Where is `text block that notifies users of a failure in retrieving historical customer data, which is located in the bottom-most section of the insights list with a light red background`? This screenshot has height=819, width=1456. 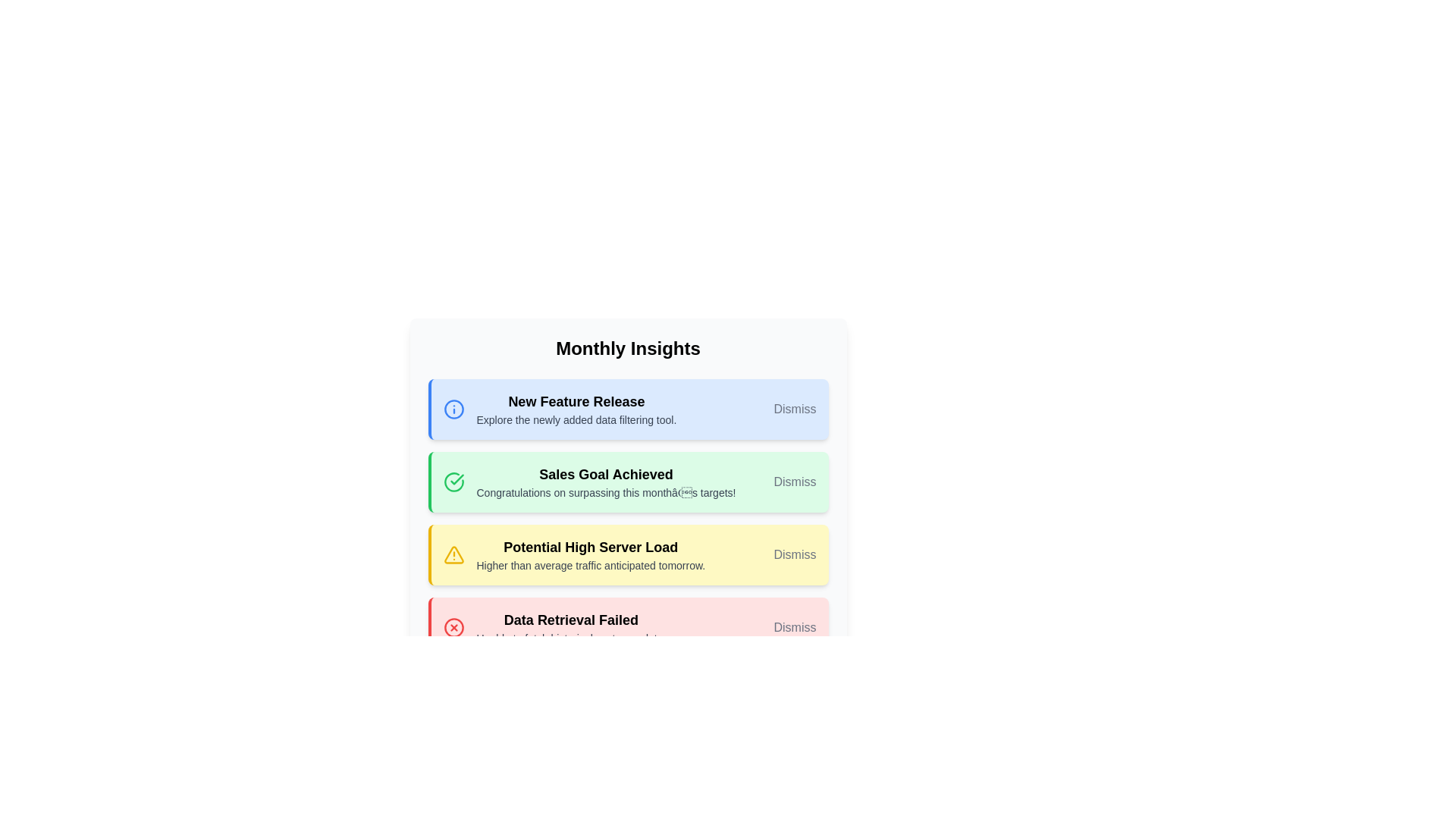 text block that notifies users of a failure in retrieving historical customer data, which is located in the bottom-most section of the insights list with a light red background is located at coordinates (570, 628).